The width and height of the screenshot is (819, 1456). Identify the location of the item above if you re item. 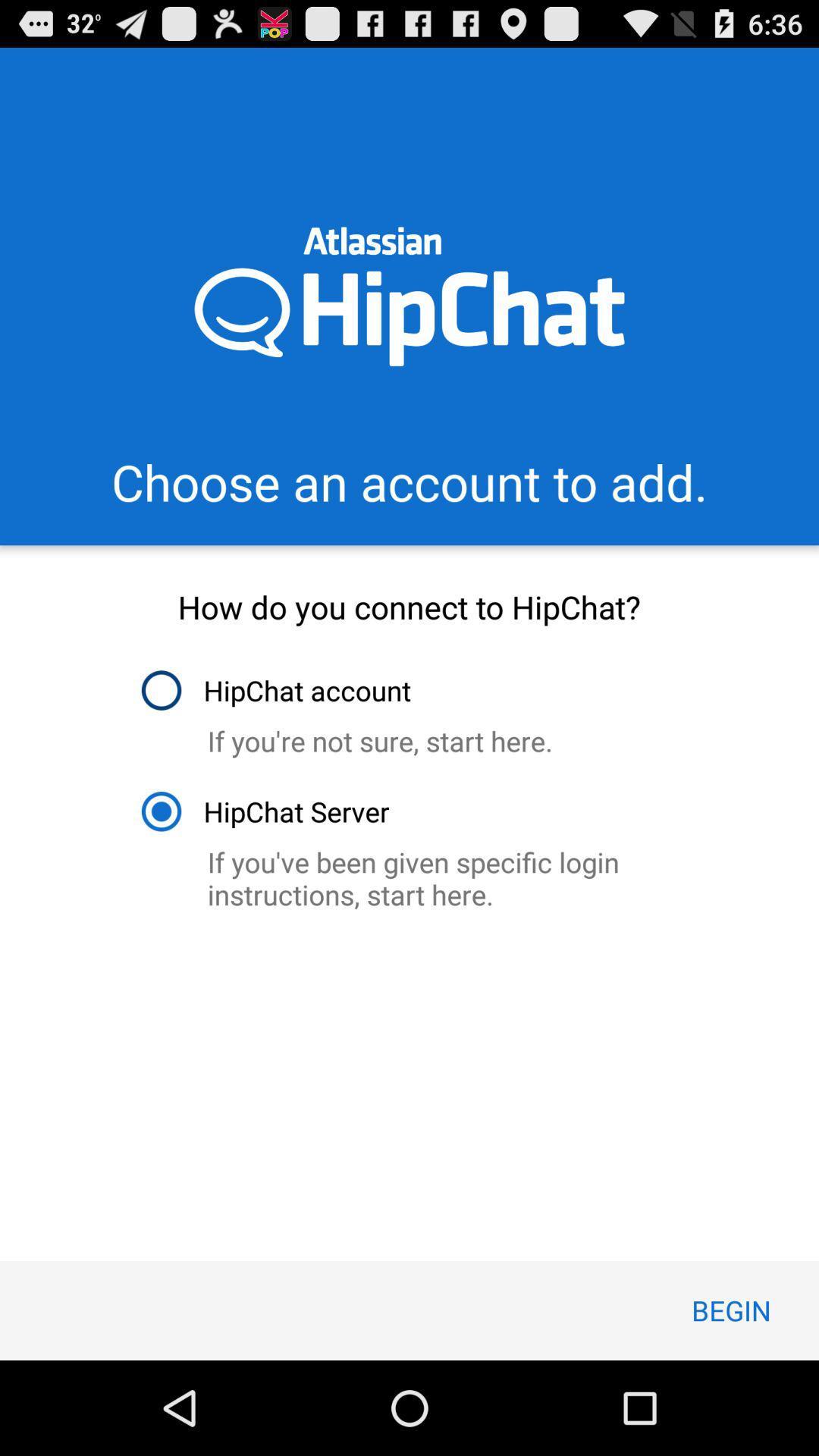
(275, 689).